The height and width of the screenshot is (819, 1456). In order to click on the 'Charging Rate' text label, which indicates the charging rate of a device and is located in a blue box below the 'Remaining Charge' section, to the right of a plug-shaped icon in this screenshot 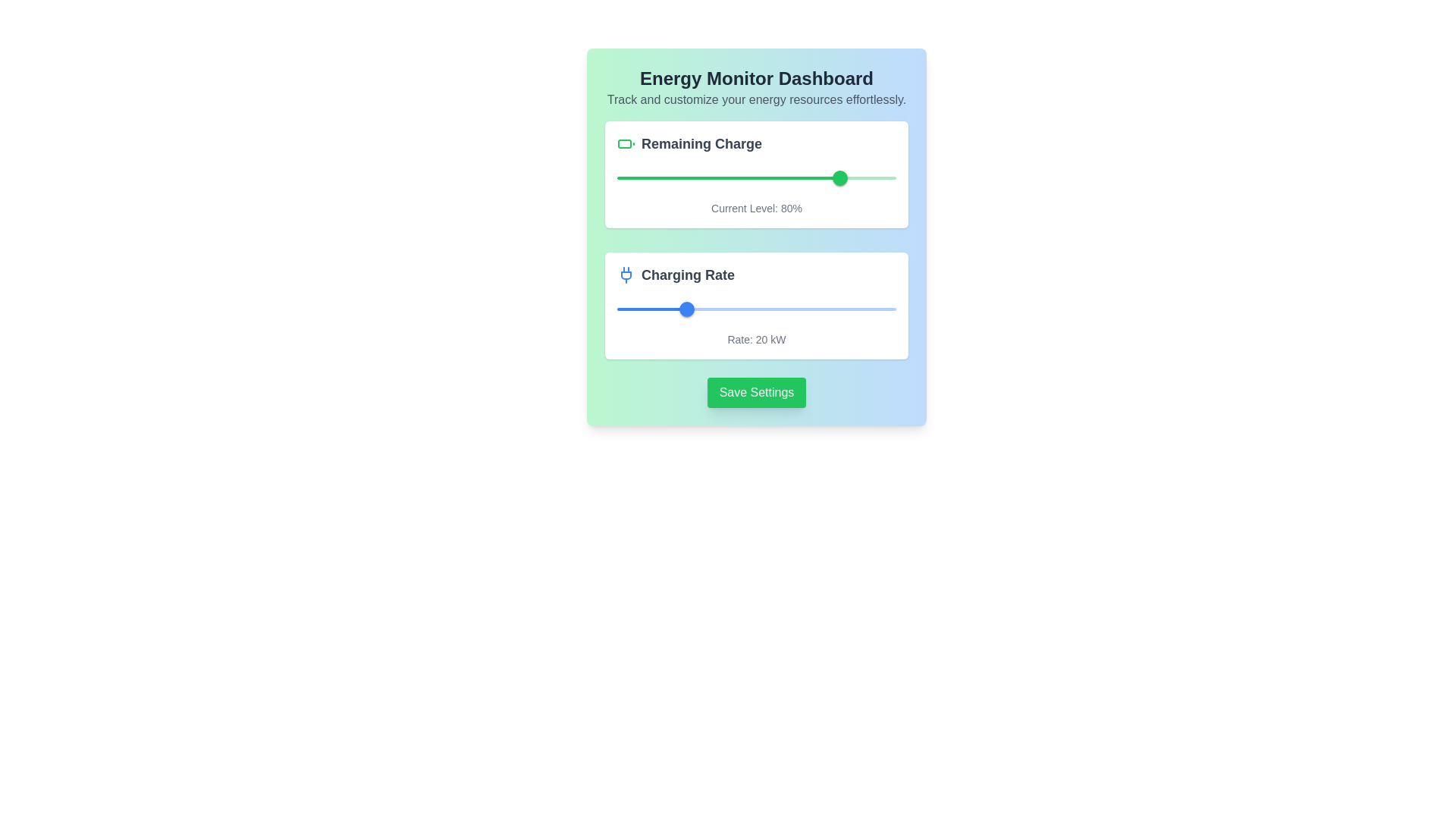, I will do `click(687, 275)`.